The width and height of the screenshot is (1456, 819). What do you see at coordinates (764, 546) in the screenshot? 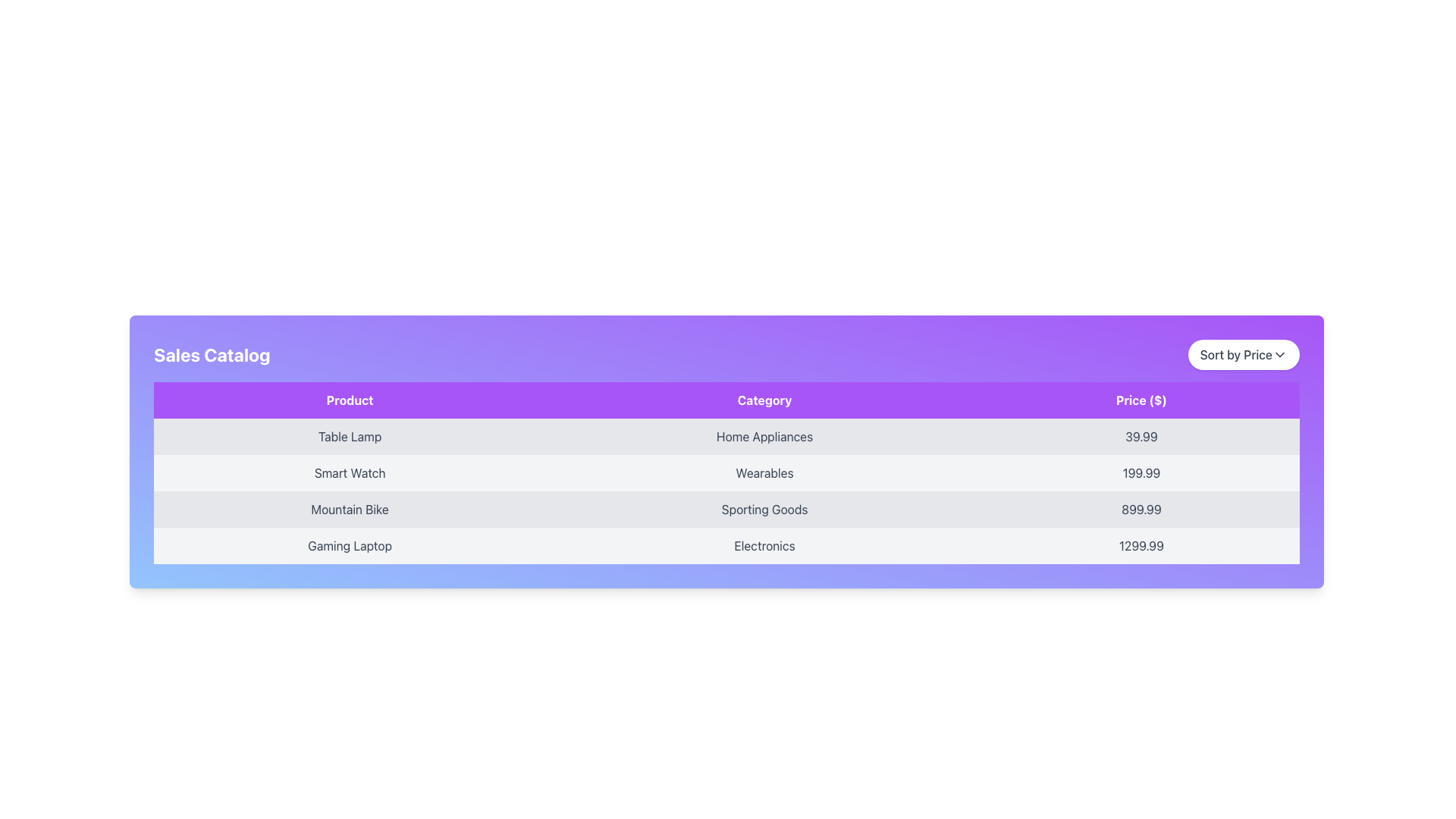
I see `the static text label displaying 'Electronics' located in the fourth row, second column of the table under the 'Category' header` at bounding box center [764, 546].